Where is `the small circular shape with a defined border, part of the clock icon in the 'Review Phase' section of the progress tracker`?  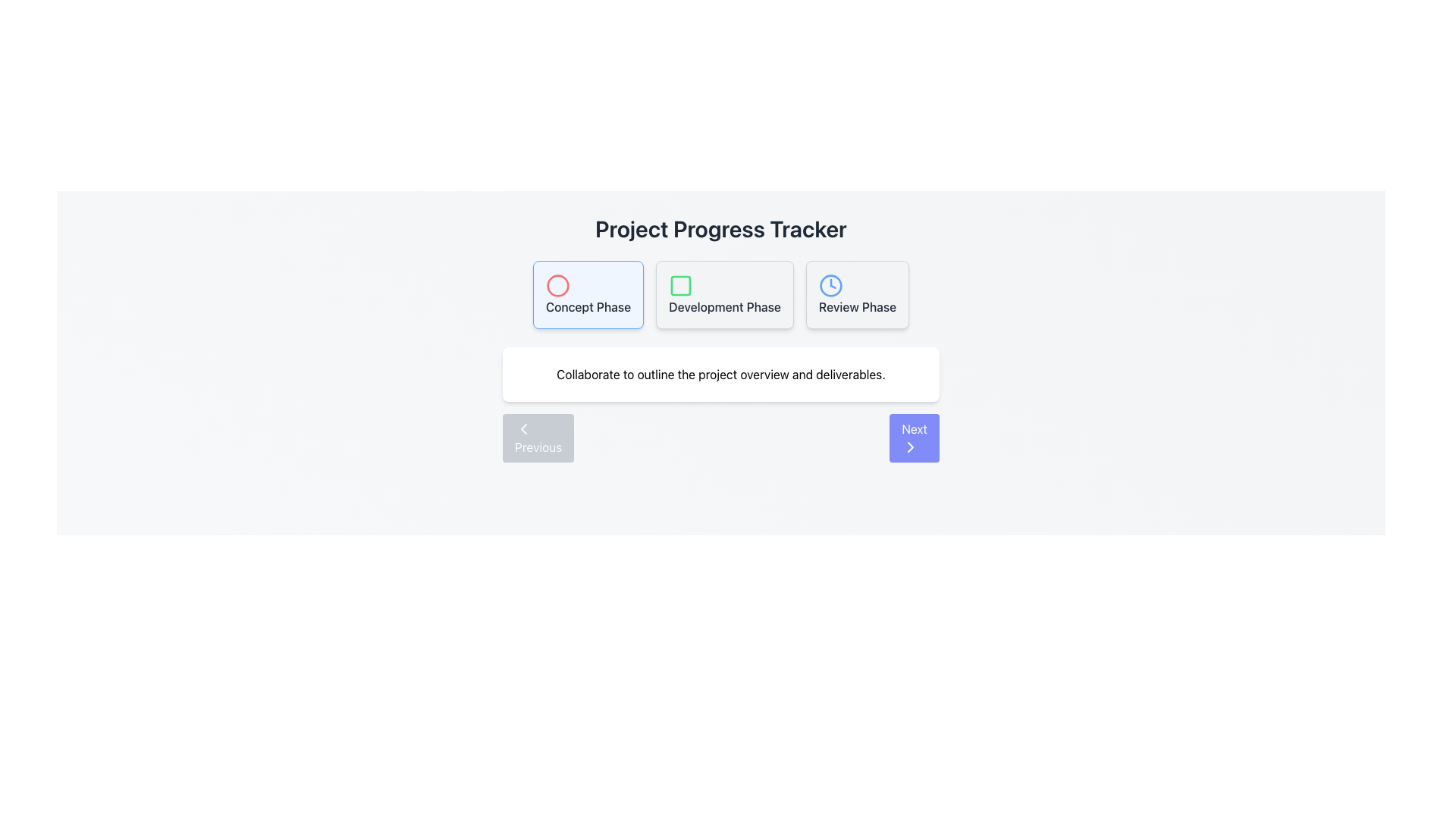 the small circular shape with a defined border, part of the clock icon in the 'Review Phase' section of the progress tracker is located at coordinates (830, 286).